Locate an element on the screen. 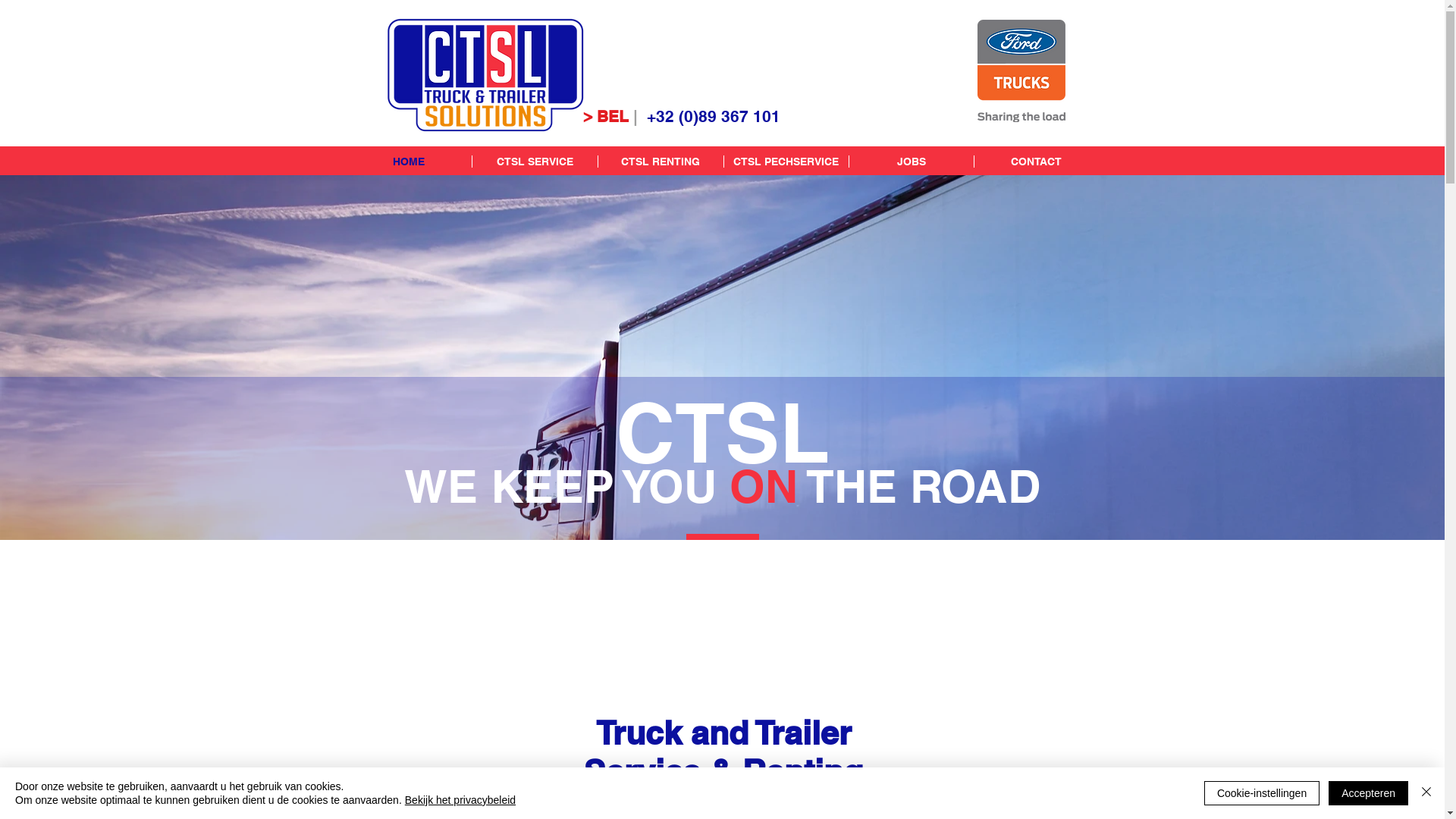 This screenshot has height=819, width=1456. 'CTSL SERVICE' is located at coordinates (535, 161).